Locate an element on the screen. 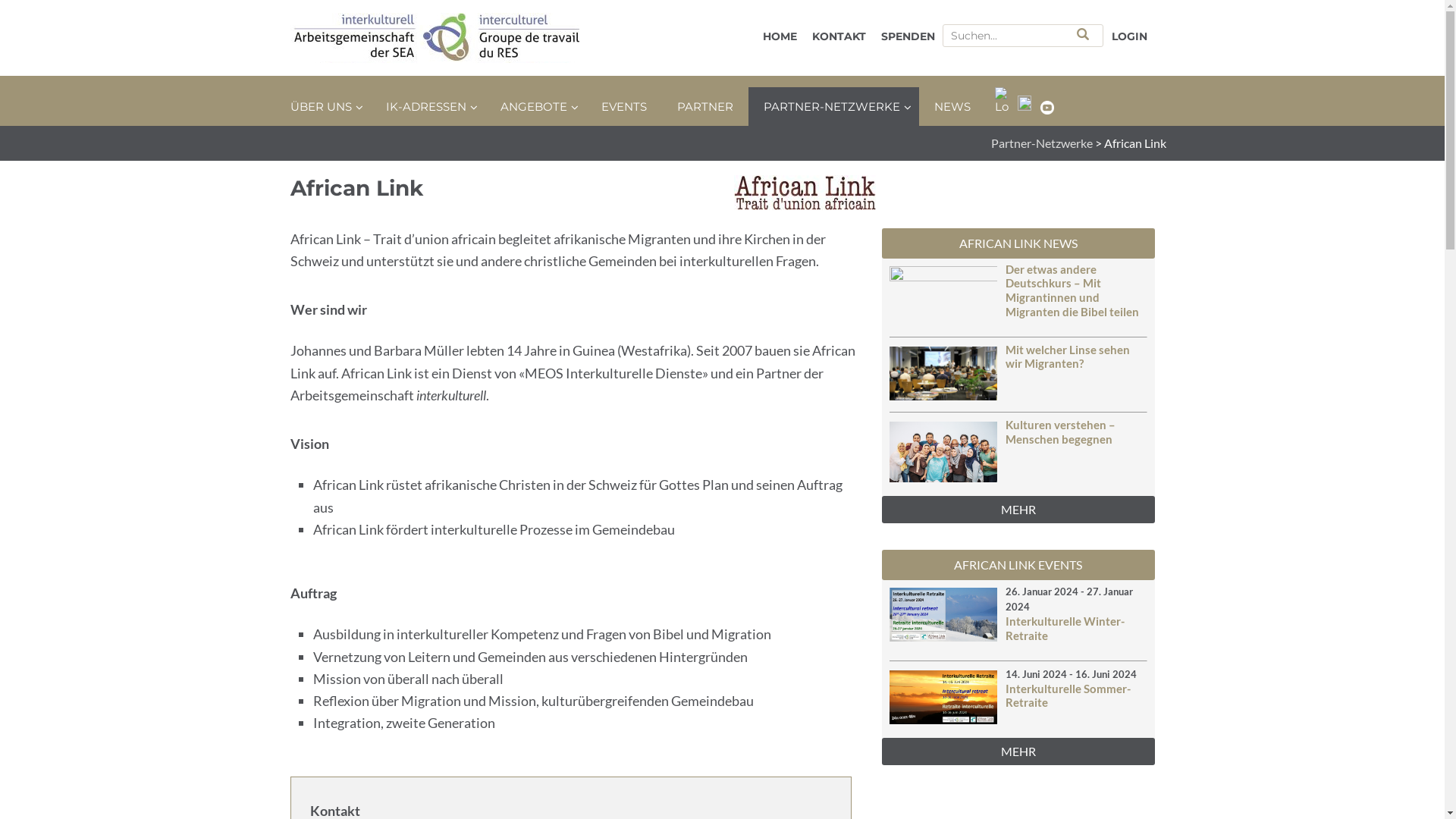 This screenshot has height=819, width=1456. 'HOME' is located at coordinates (780, 35).